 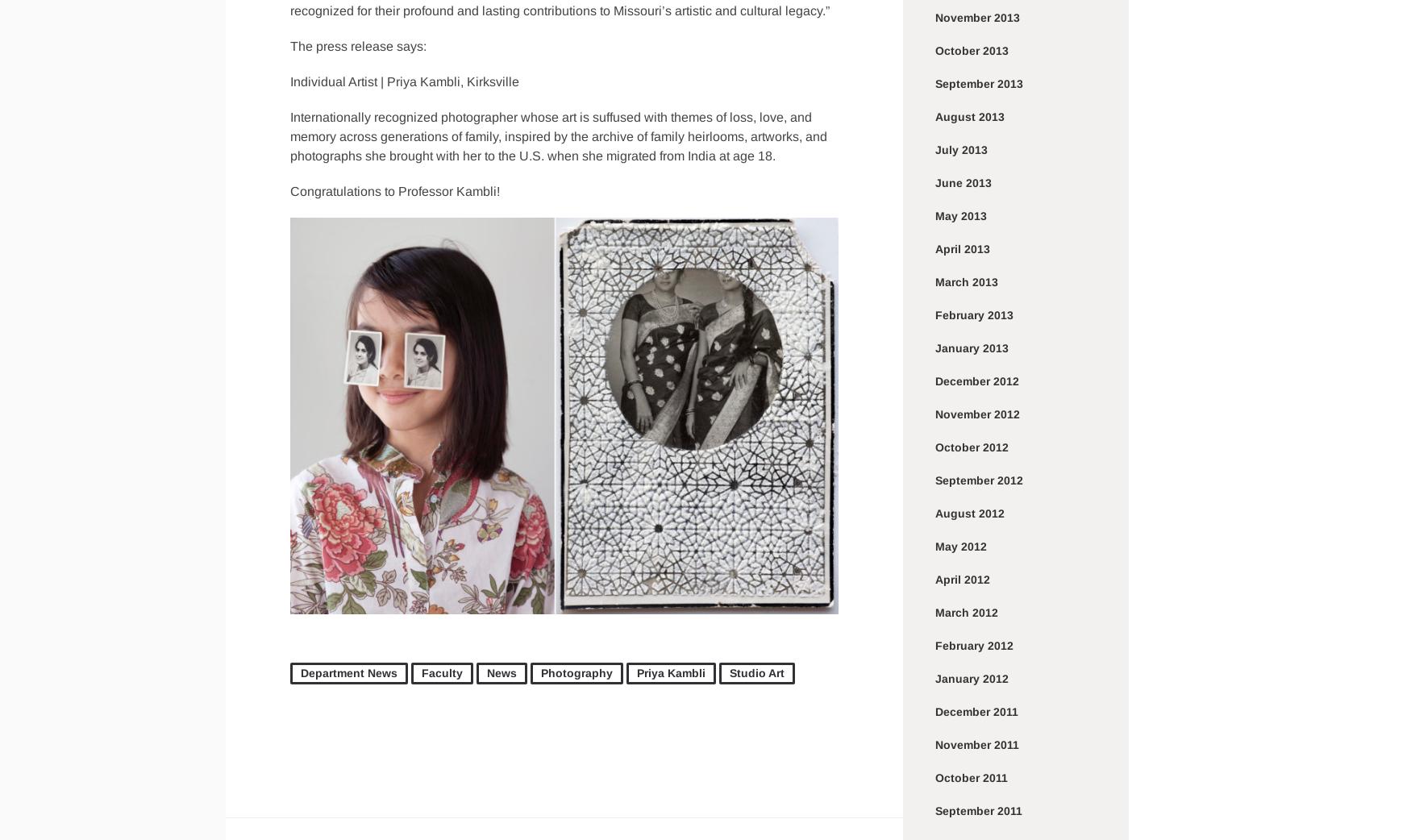 I want to click on 'June 2013', so click(x=964, y=182).